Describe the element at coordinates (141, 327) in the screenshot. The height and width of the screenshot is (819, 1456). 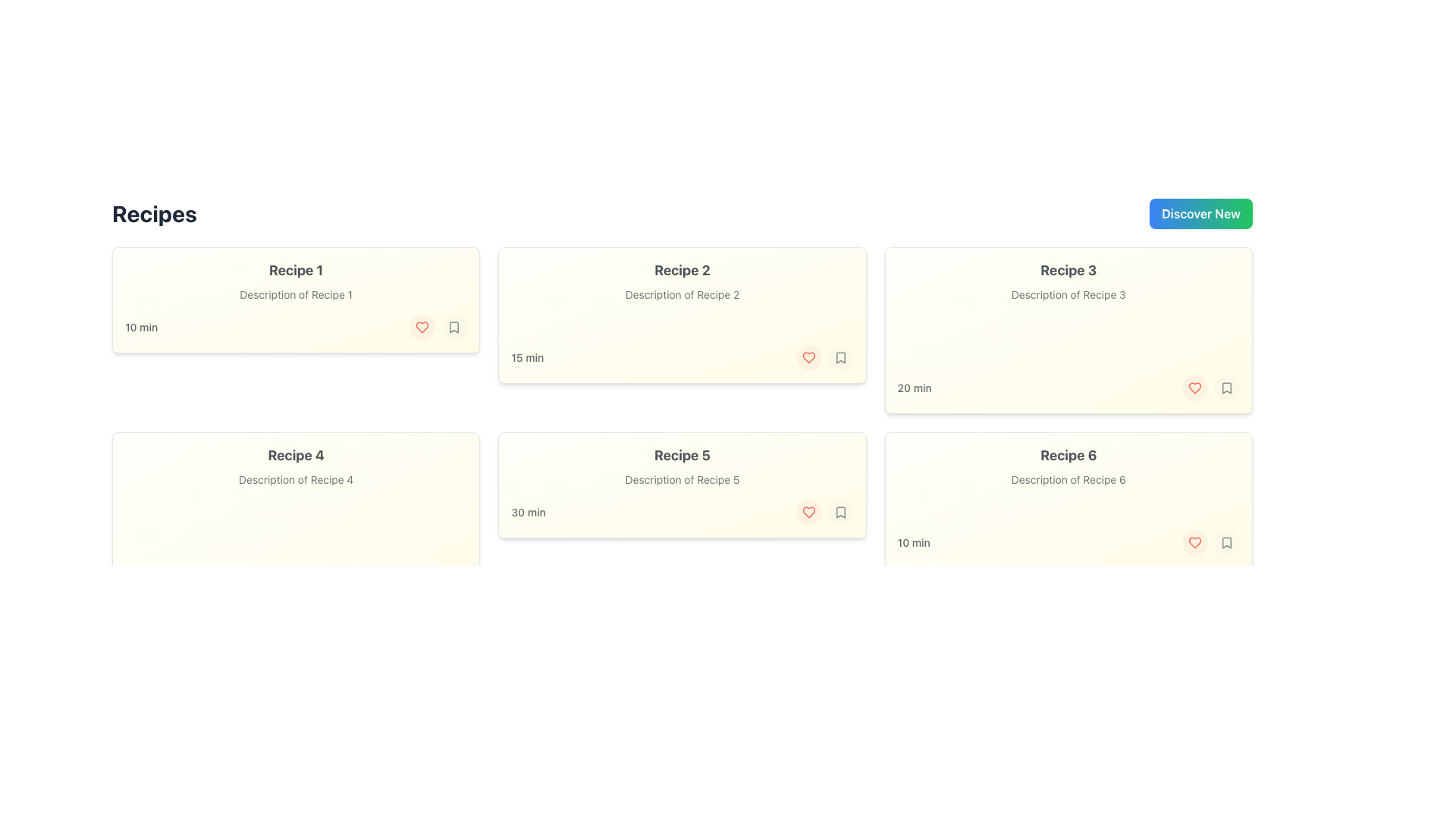
I see `the text label that indicates '10 min', which is in a gray font located within the first recipe card in the grid layout, below the recipe title` at that location.